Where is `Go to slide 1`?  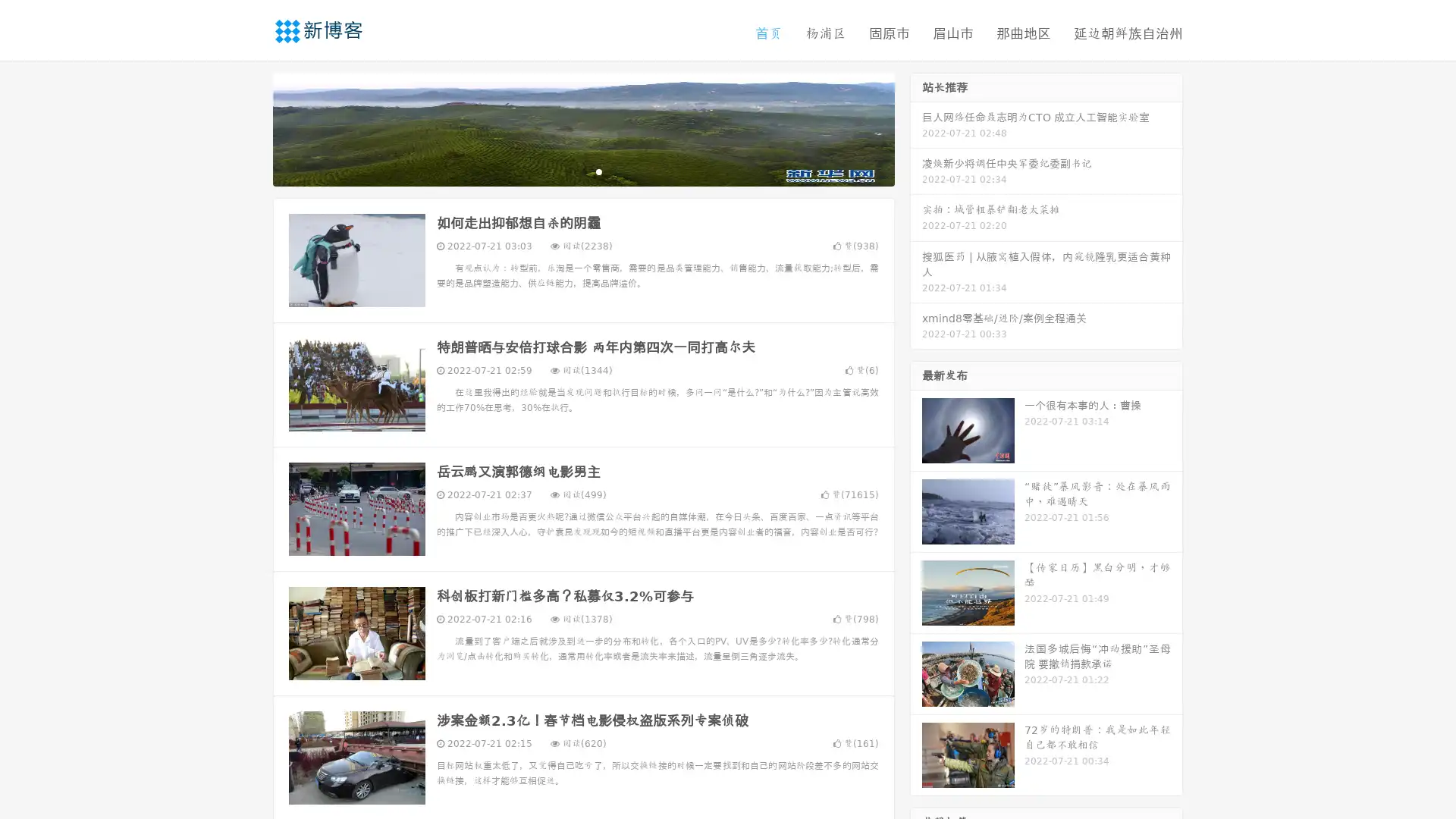
Go to slide 1 is located at coordinates (567, 171).